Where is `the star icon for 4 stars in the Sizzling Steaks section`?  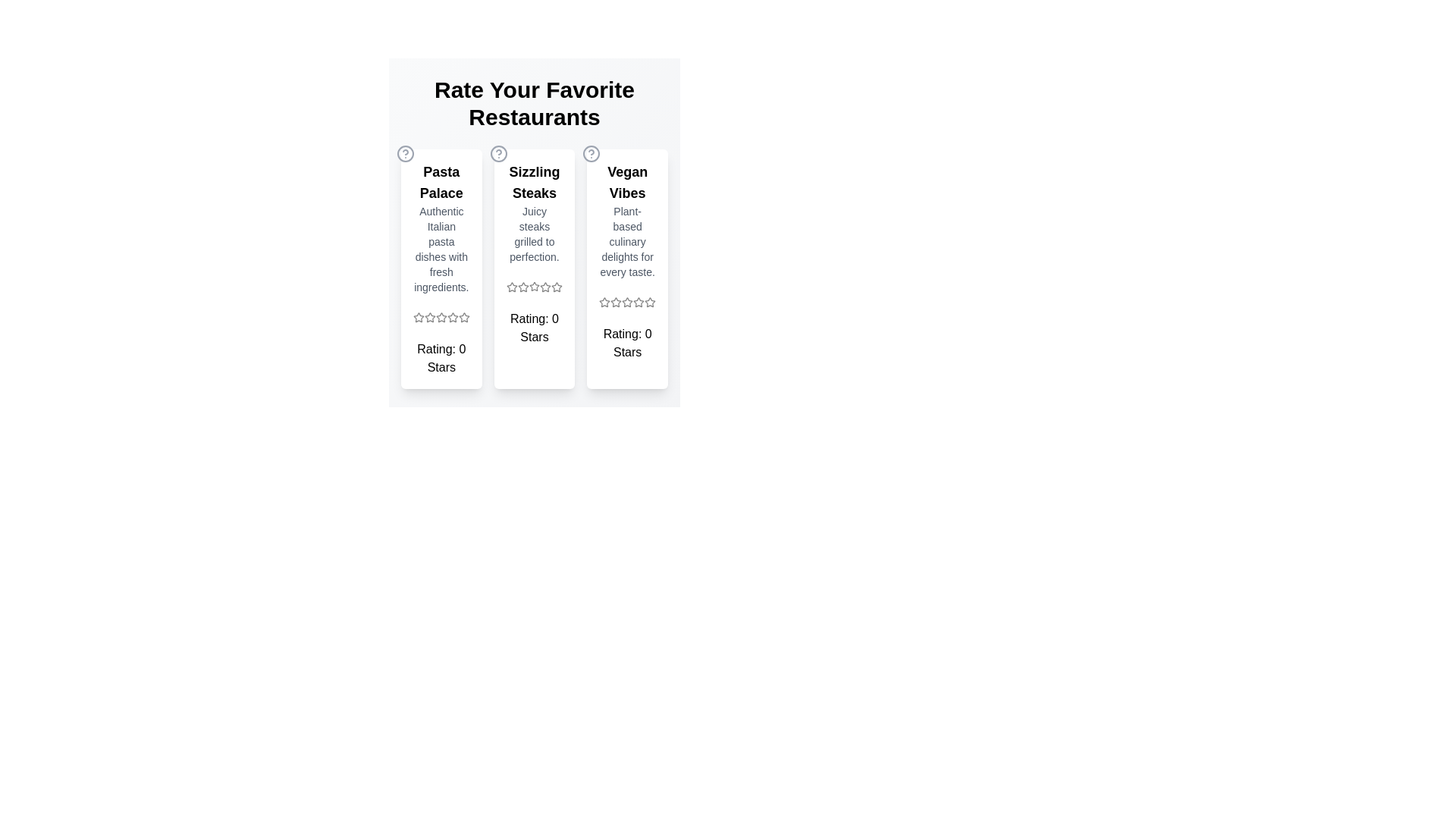 the star icon for 4 stars in the Sizzling Steaks section is located at coordinates (546, 287).